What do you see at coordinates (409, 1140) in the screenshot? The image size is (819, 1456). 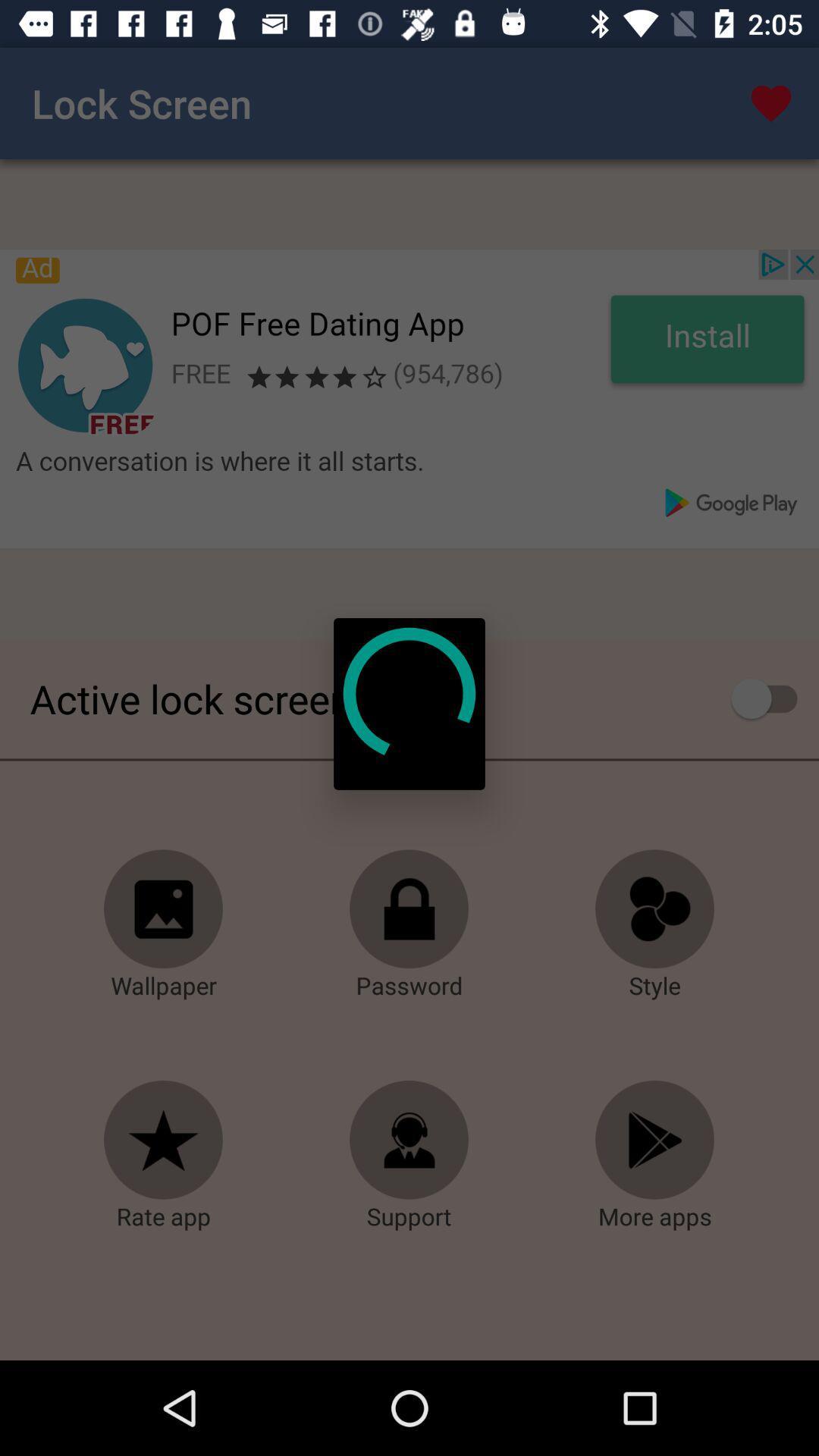 I see `contact` at bounding box center [409, 1140].